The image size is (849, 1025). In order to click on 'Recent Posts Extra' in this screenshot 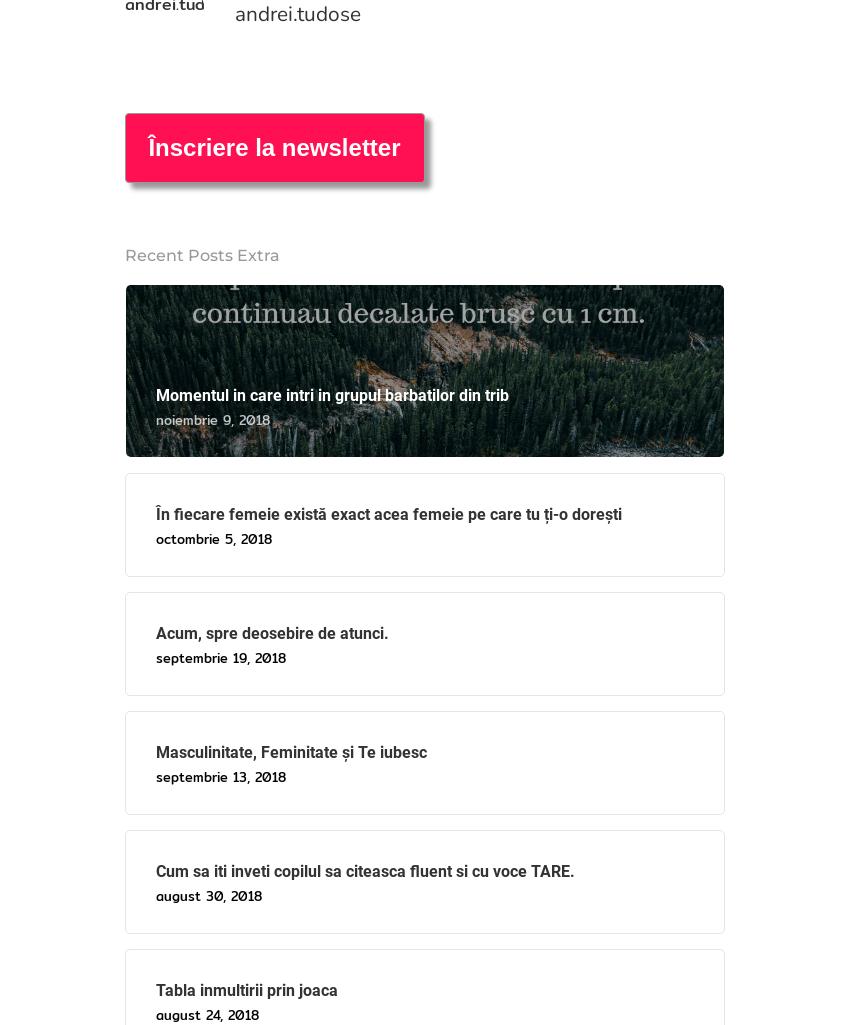, I will do `click(200, 253)`.